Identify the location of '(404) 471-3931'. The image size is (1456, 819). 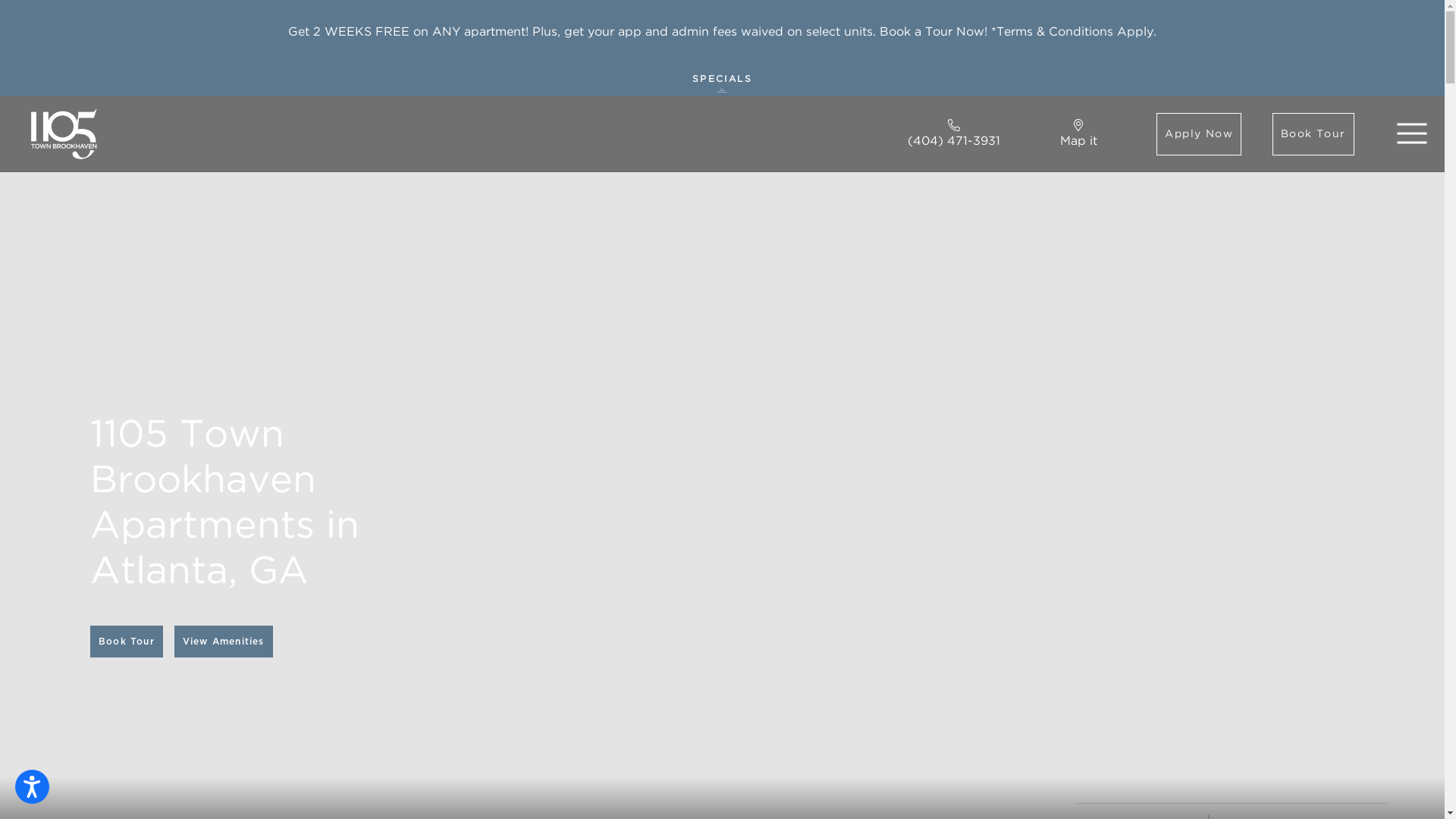
(952, 133).